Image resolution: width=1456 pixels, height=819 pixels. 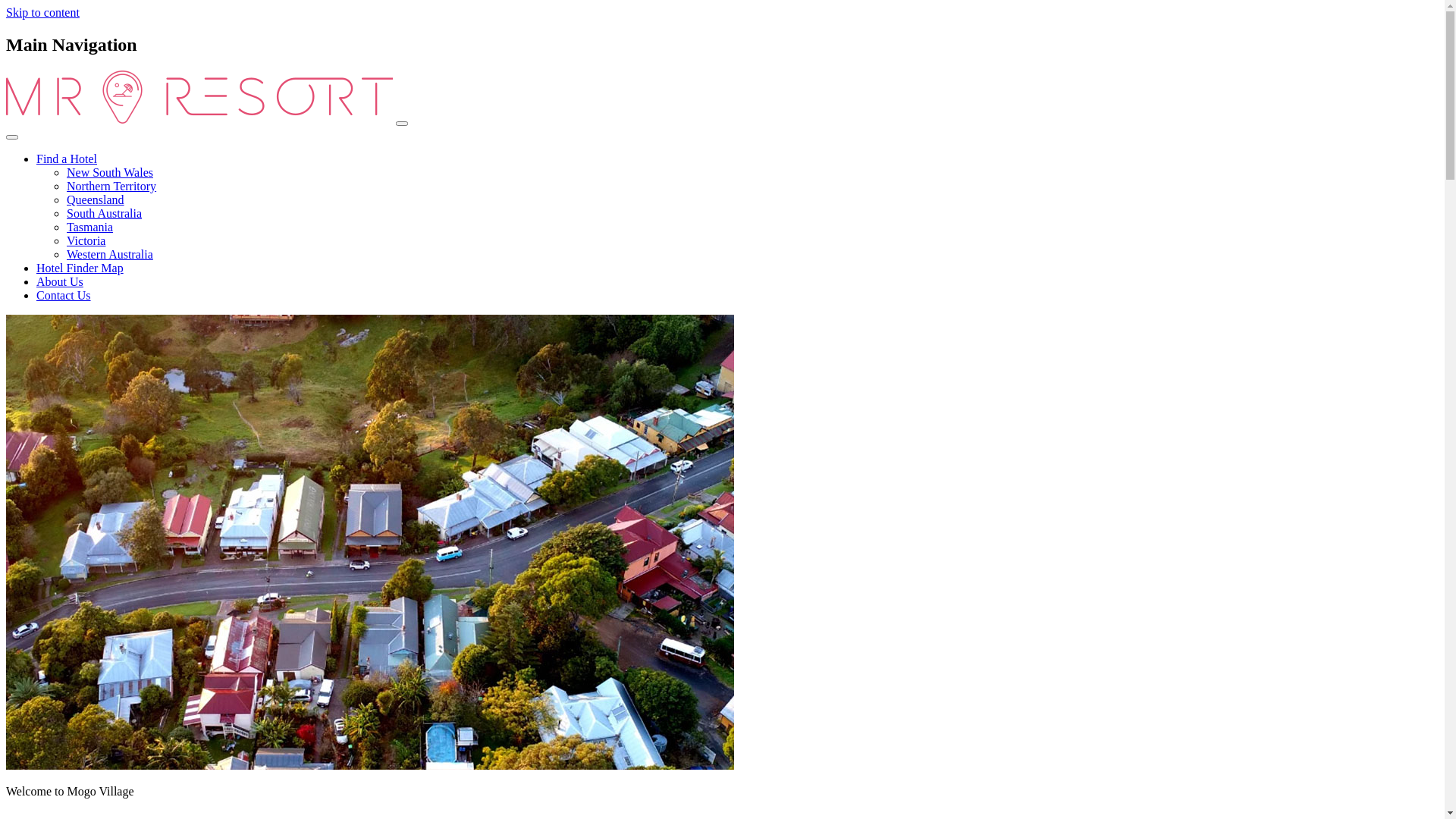 I want to click on 'Skip to content', so click(x=42, y=12).